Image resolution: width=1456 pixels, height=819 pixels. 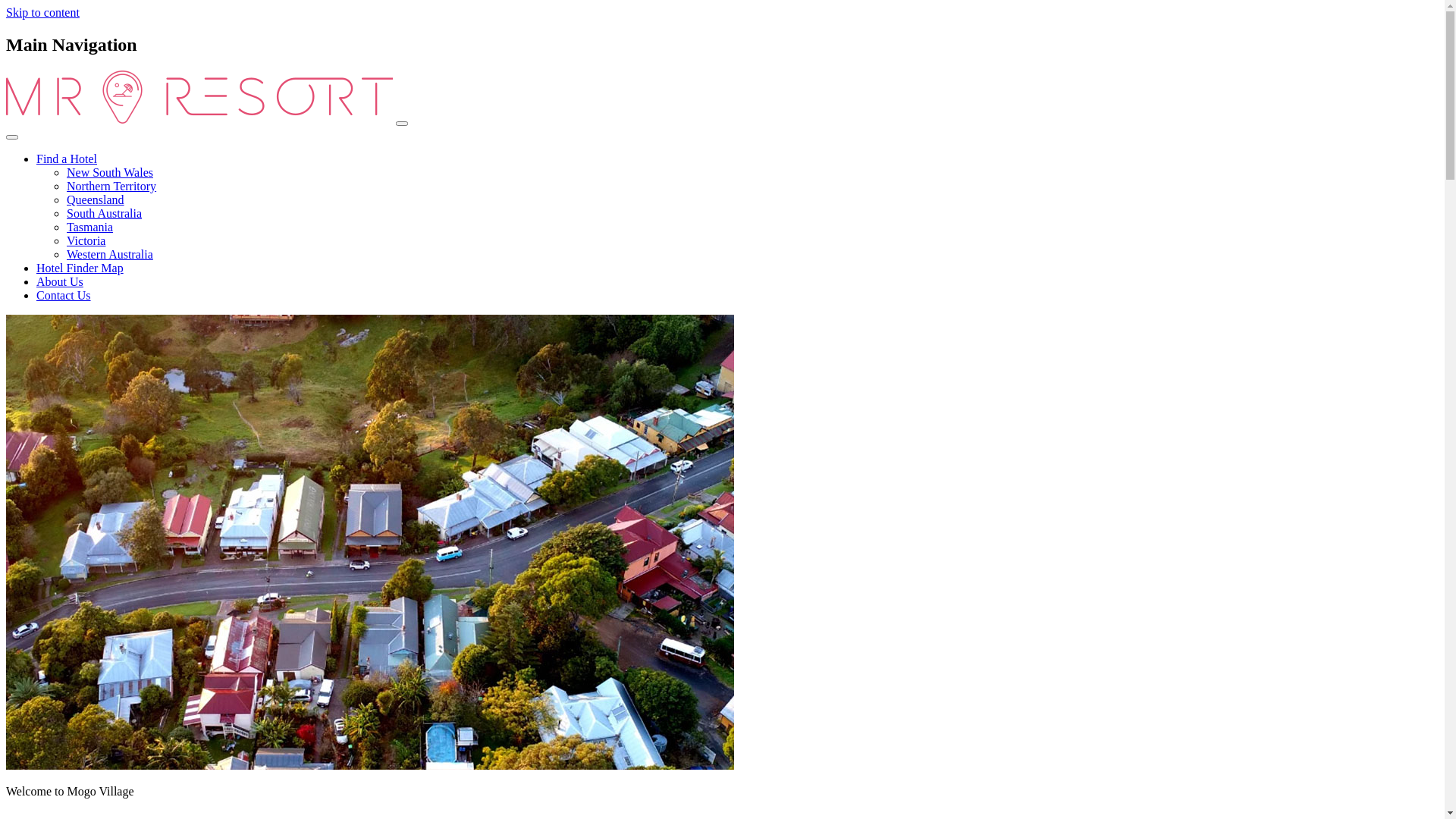 I want to click on 'Skip to content', so click(x=42, y=12).